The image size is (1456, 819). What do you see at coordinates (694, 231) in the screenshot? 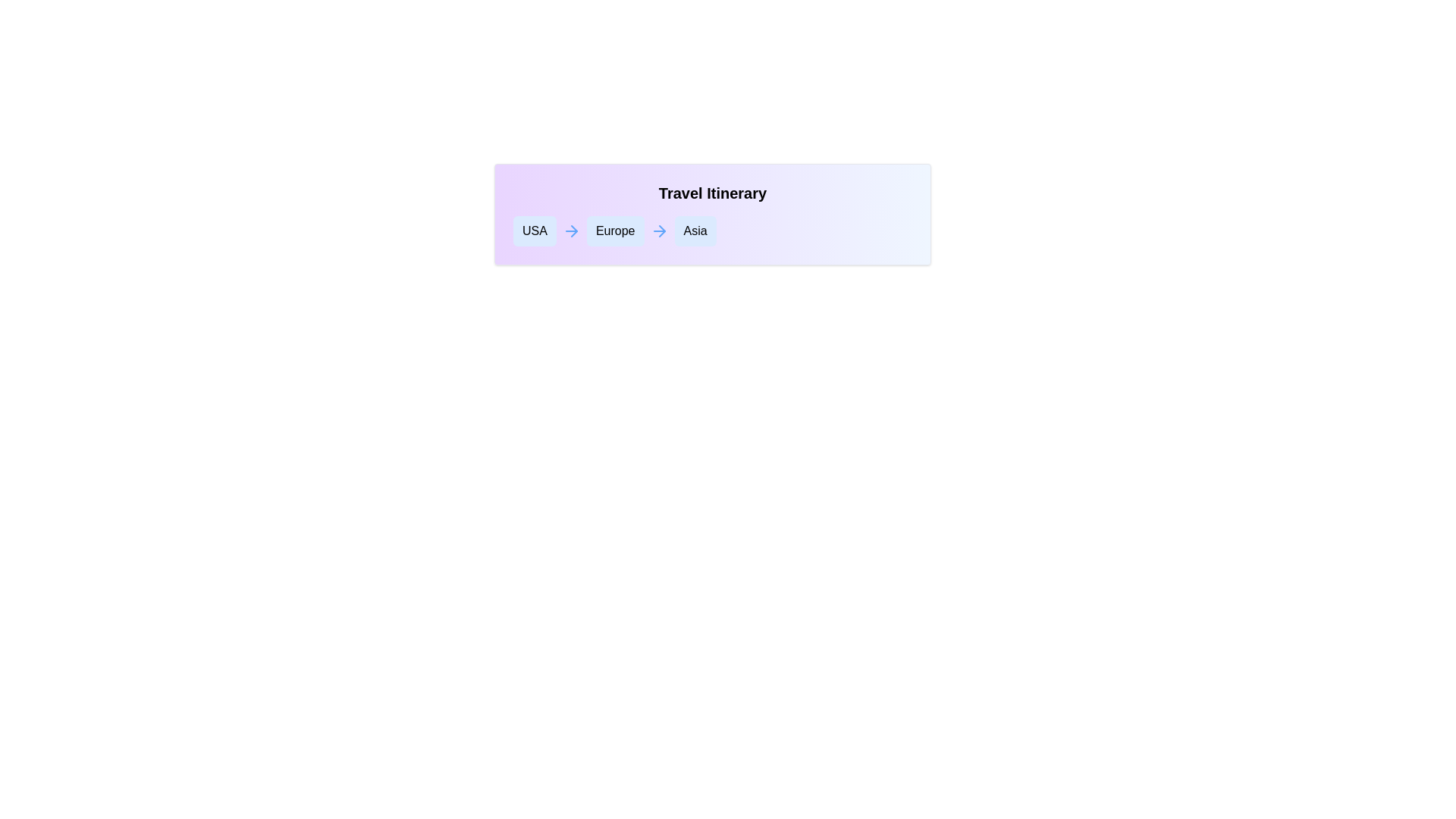
I see `the third button in the sequence` at bounding box center [694, 231].